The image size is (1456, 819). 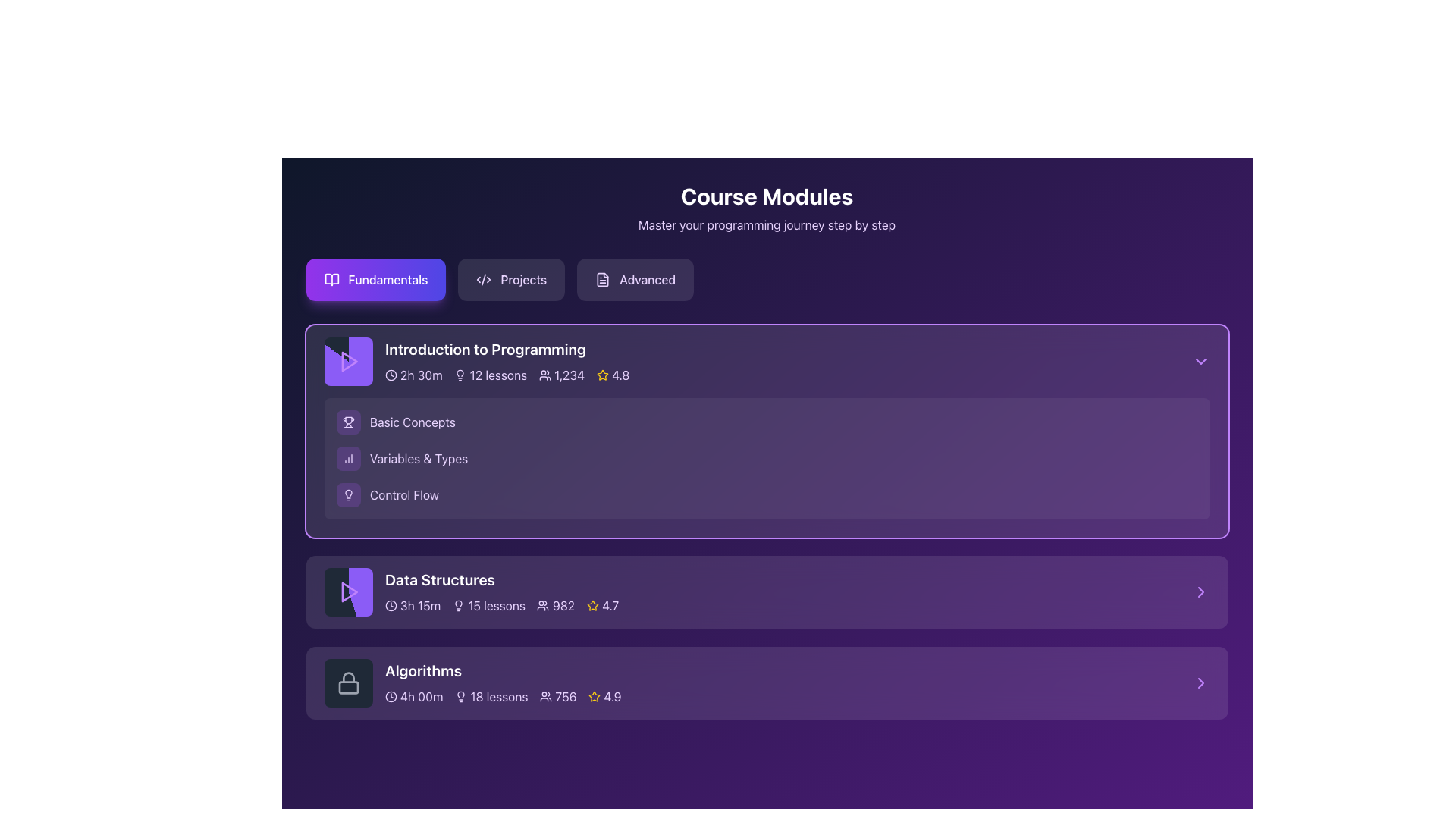 What do you see at coordinates (391, 604) in the screenshot?
I see `the circular element of the clock icon located in the 'Data Structures' block, which defines the clock's outline` at bounding box center [391, 604].